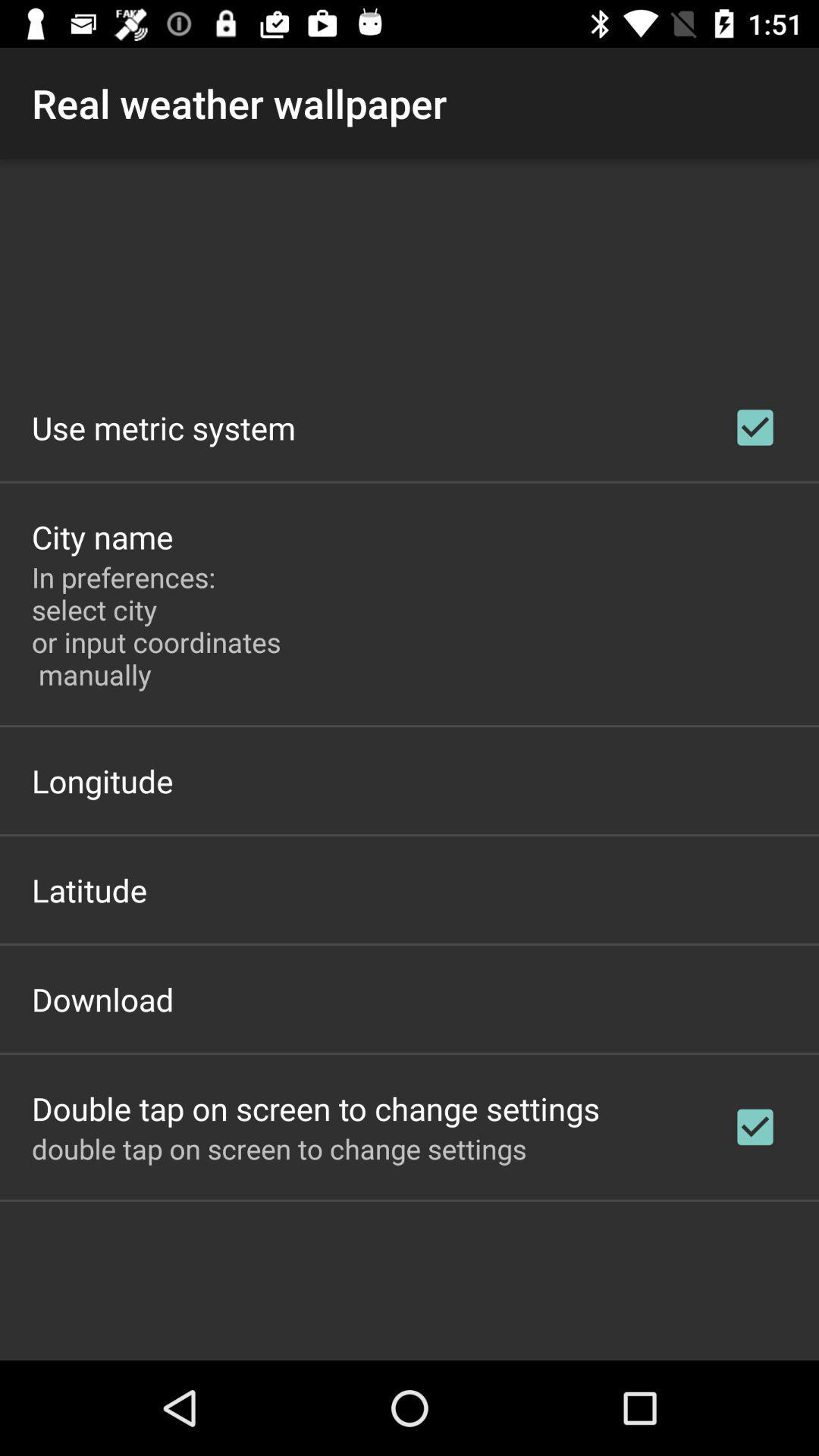 The width and height of the screenshot is (819, 1456). Describe the element at coordinates (164, 427) in the screenshot. I see `the use metric system item` at that location.